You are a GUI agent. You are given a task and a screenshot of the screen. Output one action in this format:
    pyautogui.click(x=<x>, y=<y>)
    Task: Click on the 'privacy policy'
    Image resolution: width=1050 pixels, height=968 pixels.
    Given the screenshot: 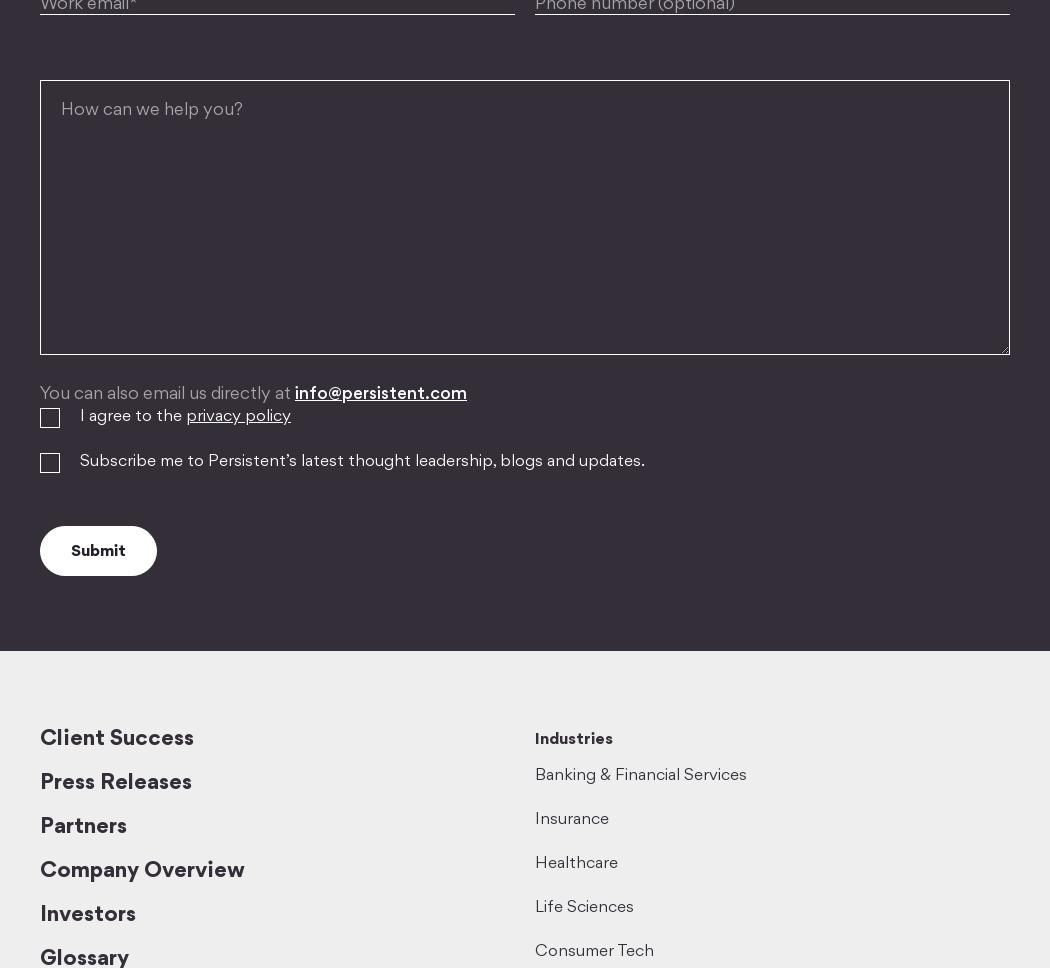 What is the action you would take?
    pyautogui.click(x=238, y=417)
    